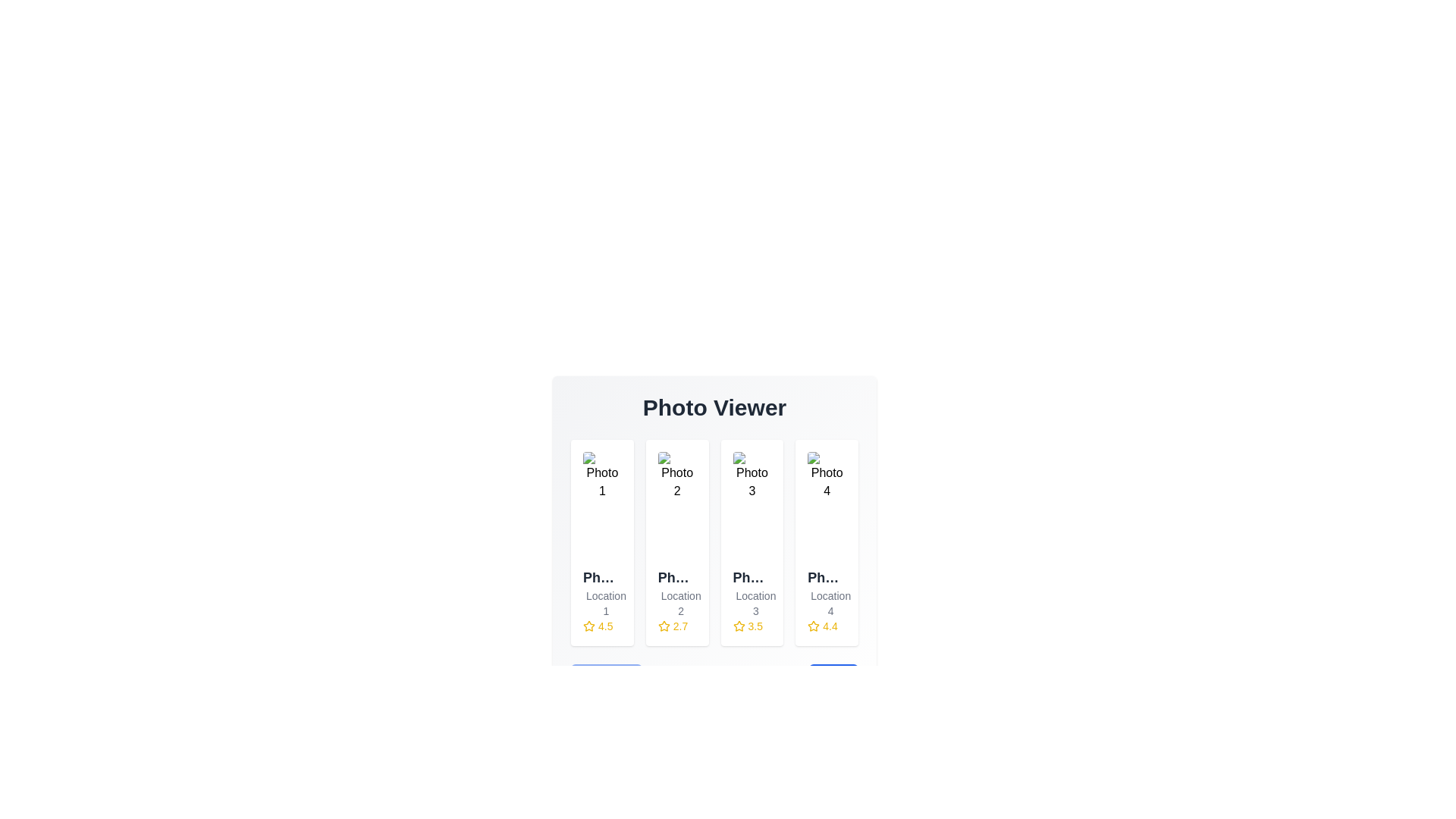  Describe the element at coordinates (676, 578) in the screenshot. I see `the Text Label that serves as a title for 'Photo 2'` at that location.